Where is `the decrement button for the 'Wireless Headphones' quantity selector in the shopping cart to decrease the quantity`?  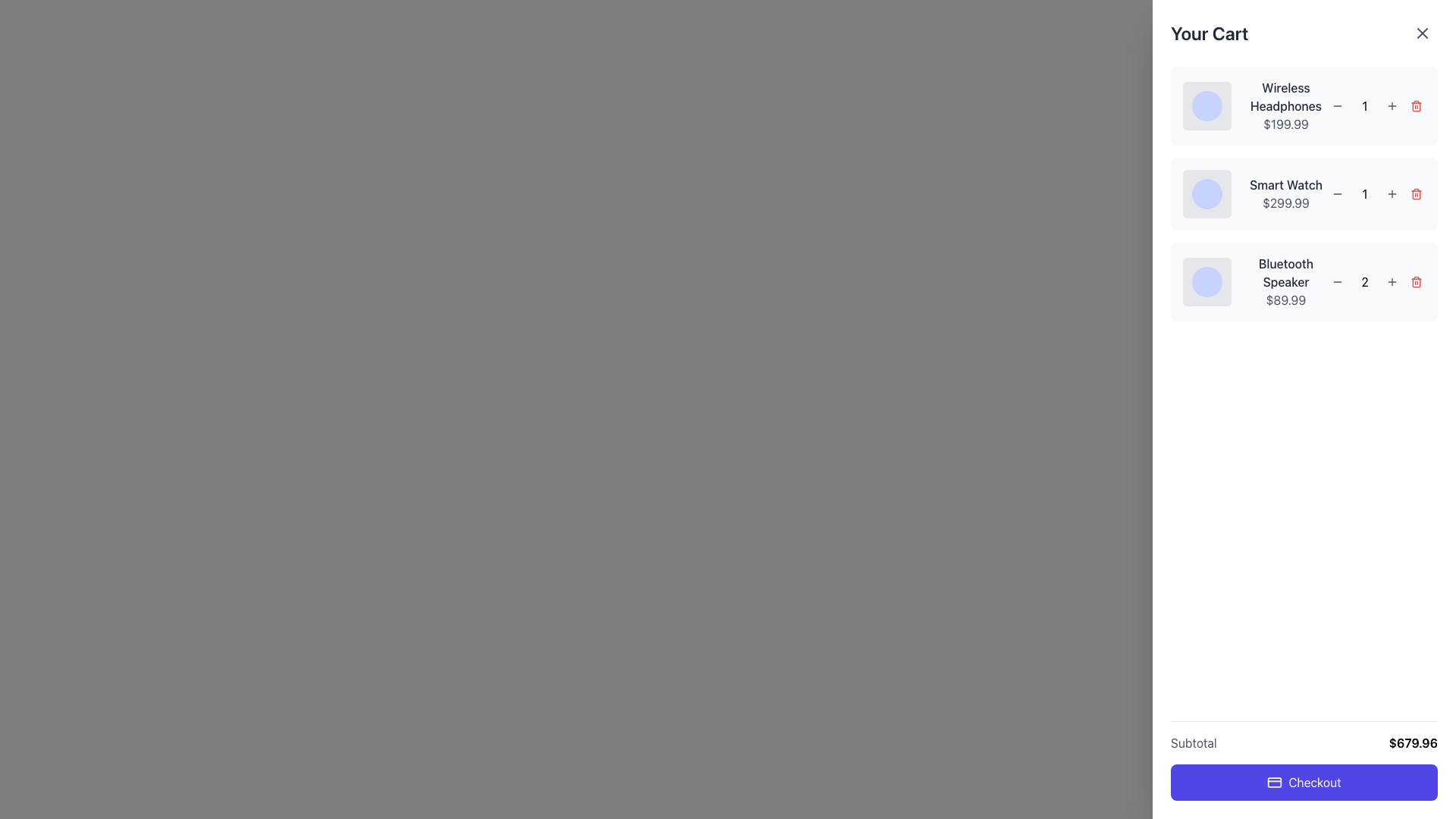 the decrement button for the 'Wireless Headphones' quantity selector in the shopping cart to decrease the quantity is located at coordinates (1337, 105).